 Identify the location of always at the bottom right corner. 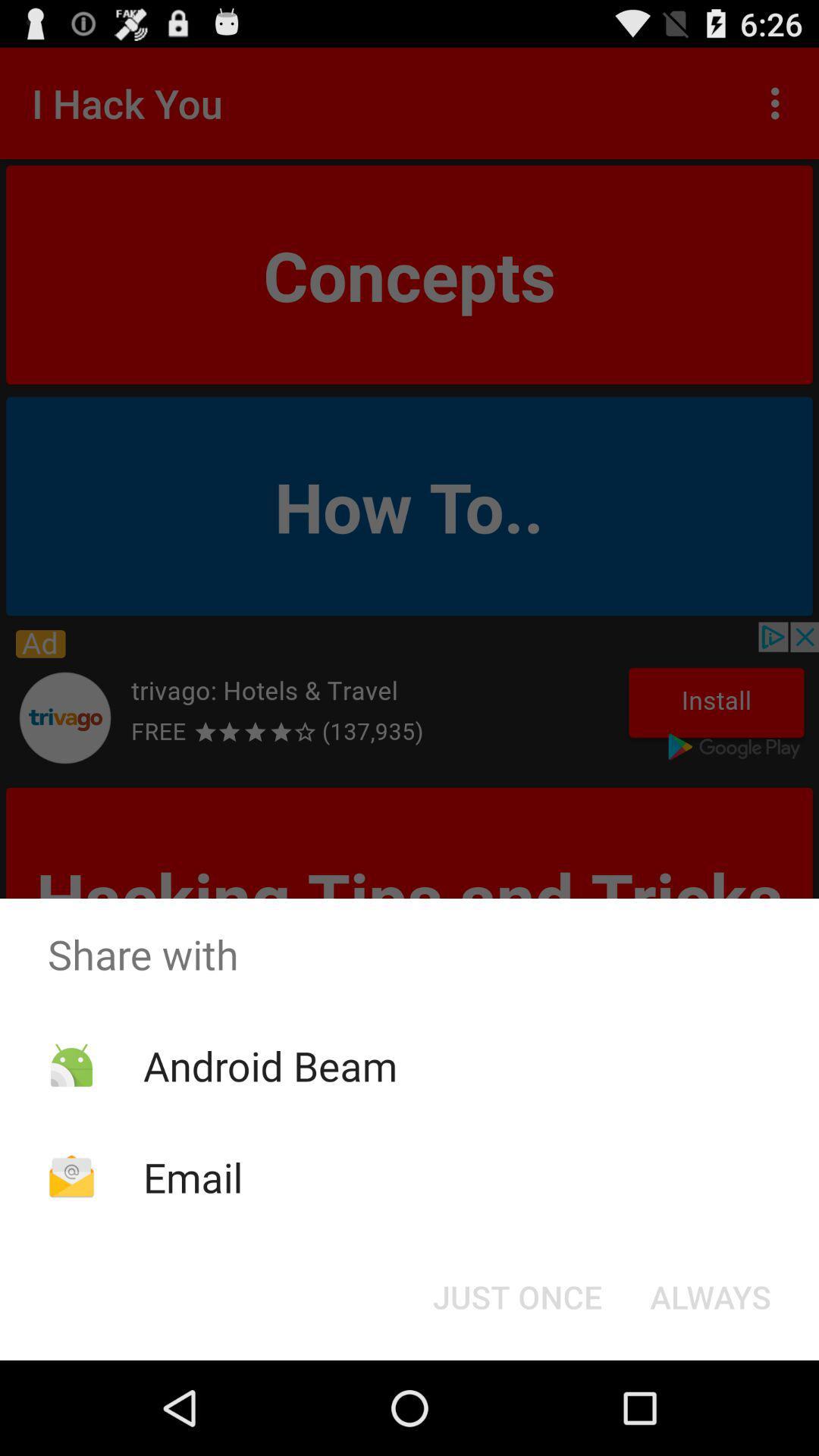
(711, 1295).